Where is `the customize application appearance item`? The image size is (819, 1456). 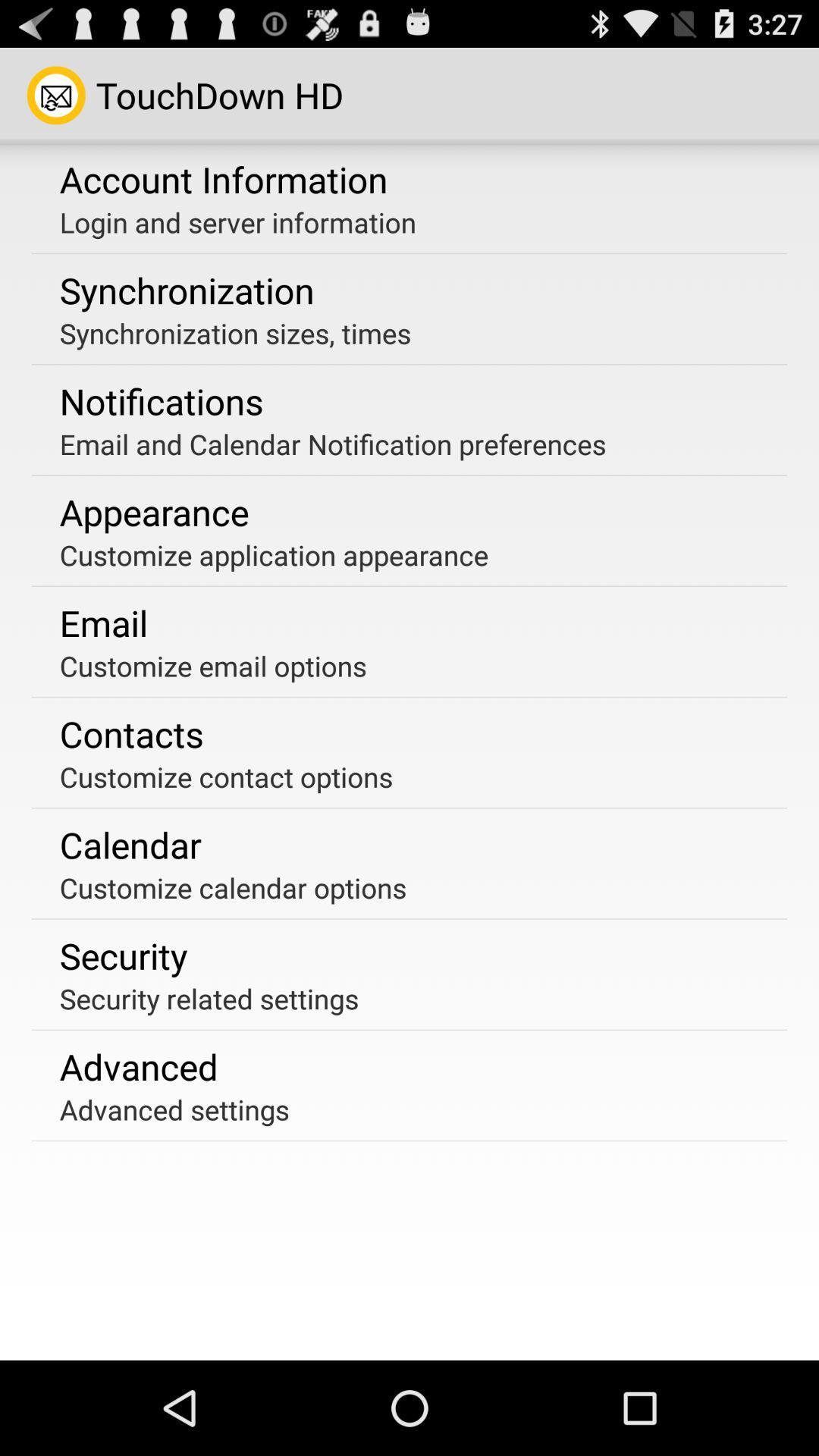 the customize application appearance item is located at coordinates (274, 554).